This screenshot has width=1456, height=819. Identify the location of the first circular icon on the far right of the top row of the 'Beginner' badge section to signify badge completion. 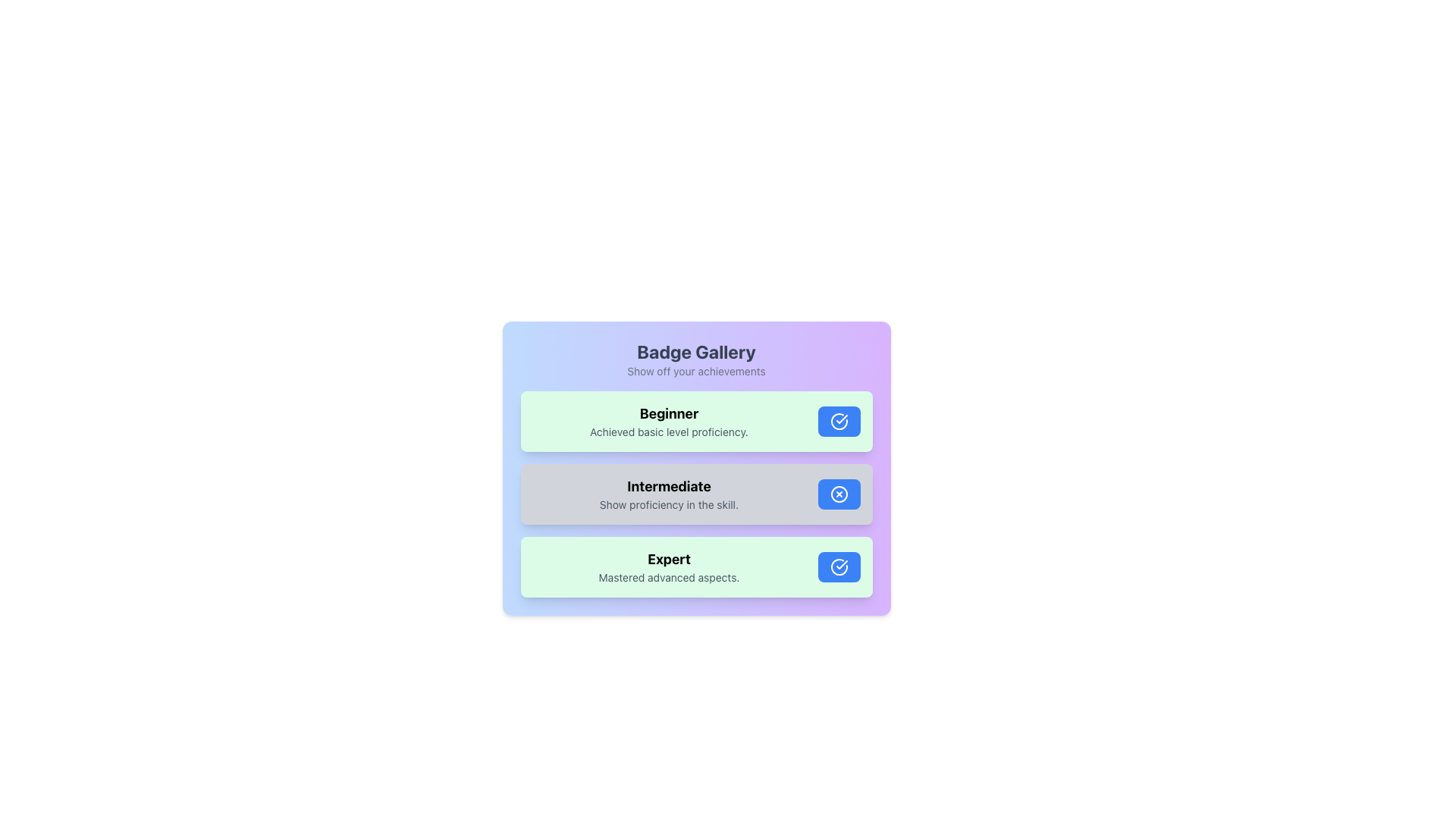
(838, 421).